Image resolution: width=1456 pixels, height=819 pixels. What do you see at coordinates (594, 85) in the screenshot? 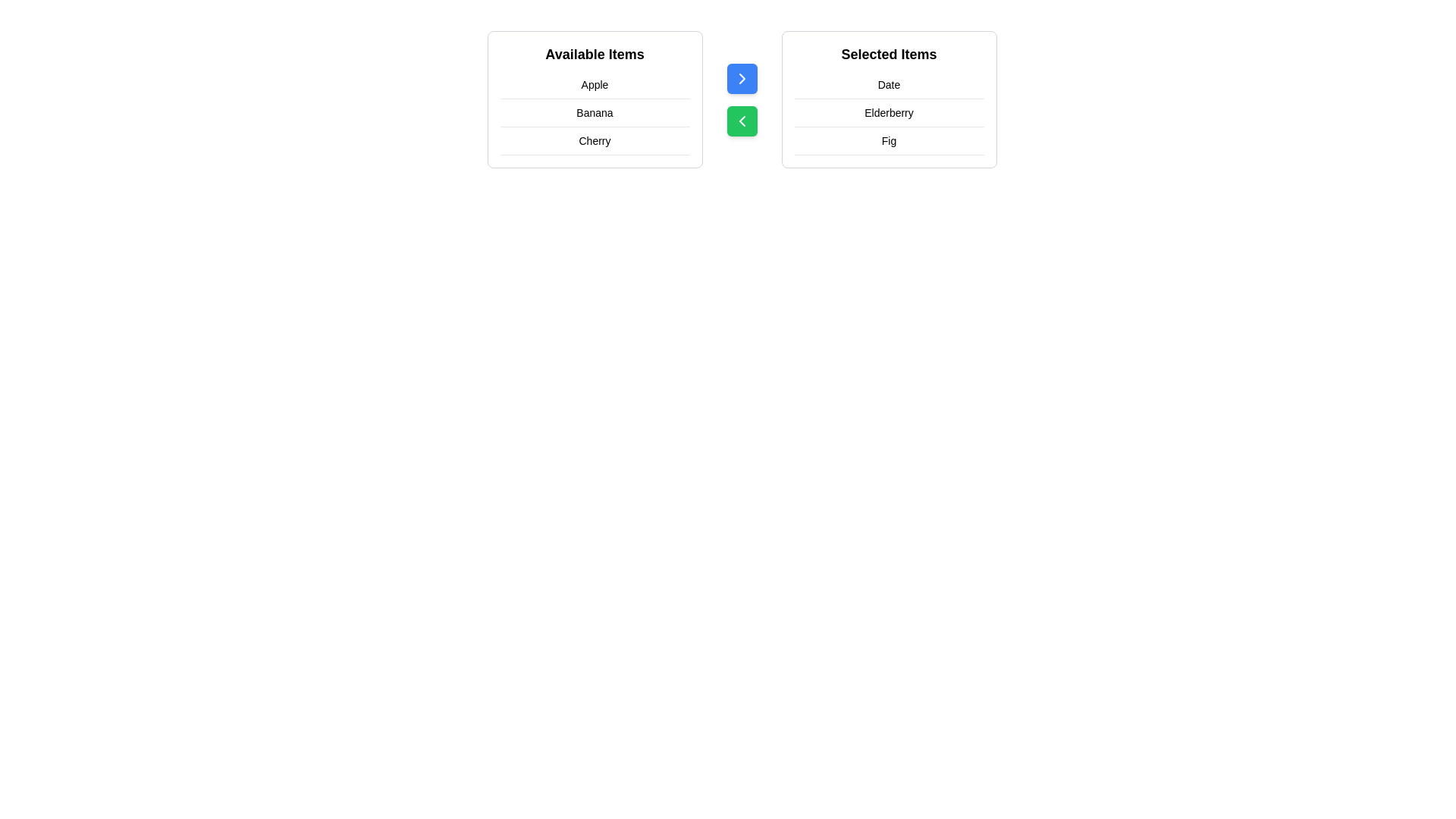
I see `the text label 'Apple' which is the first item in the list of 'Available Items' on the left section of the interface` at bounding box center [594, 85].